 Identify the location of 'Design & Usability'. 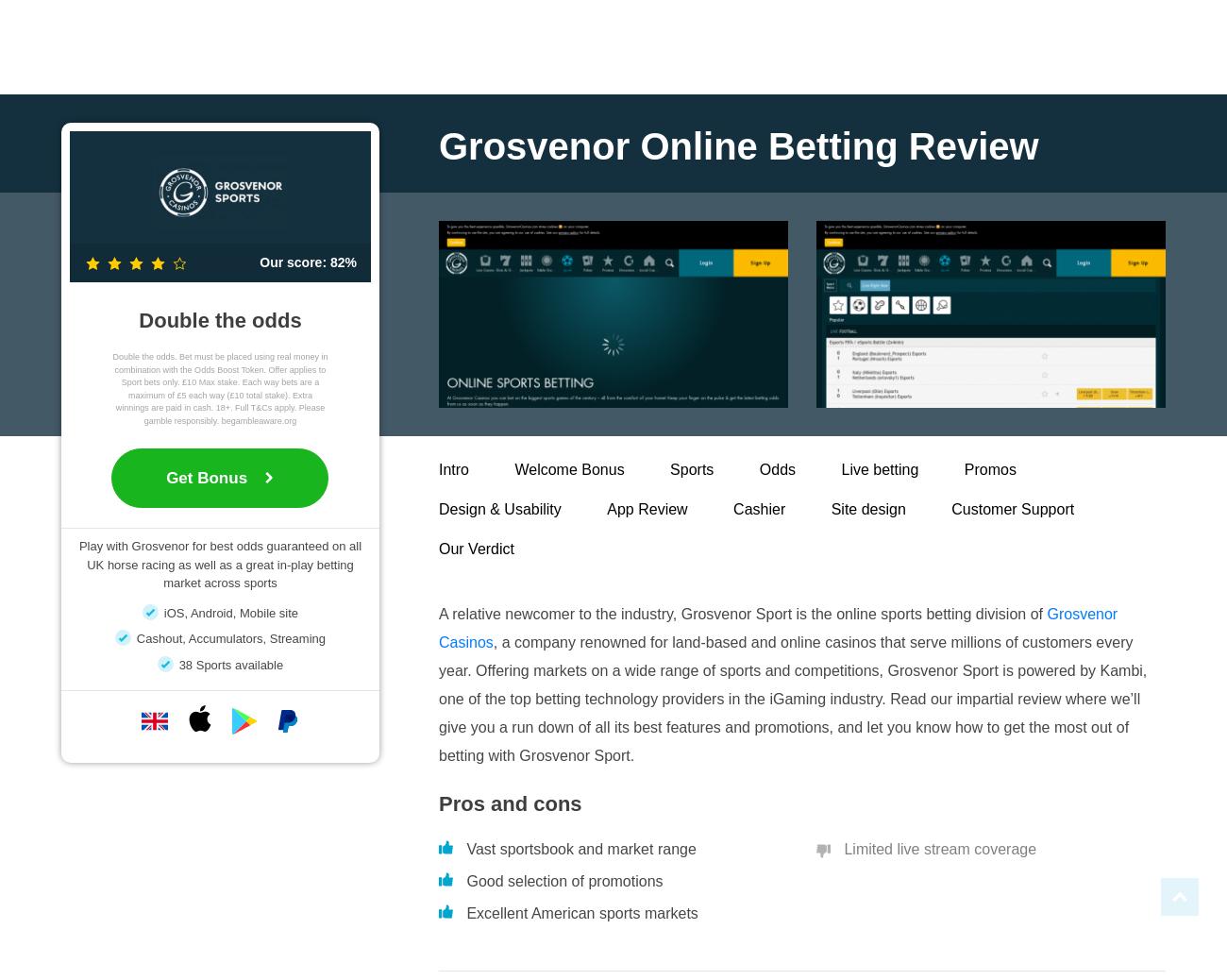
(498, 508).